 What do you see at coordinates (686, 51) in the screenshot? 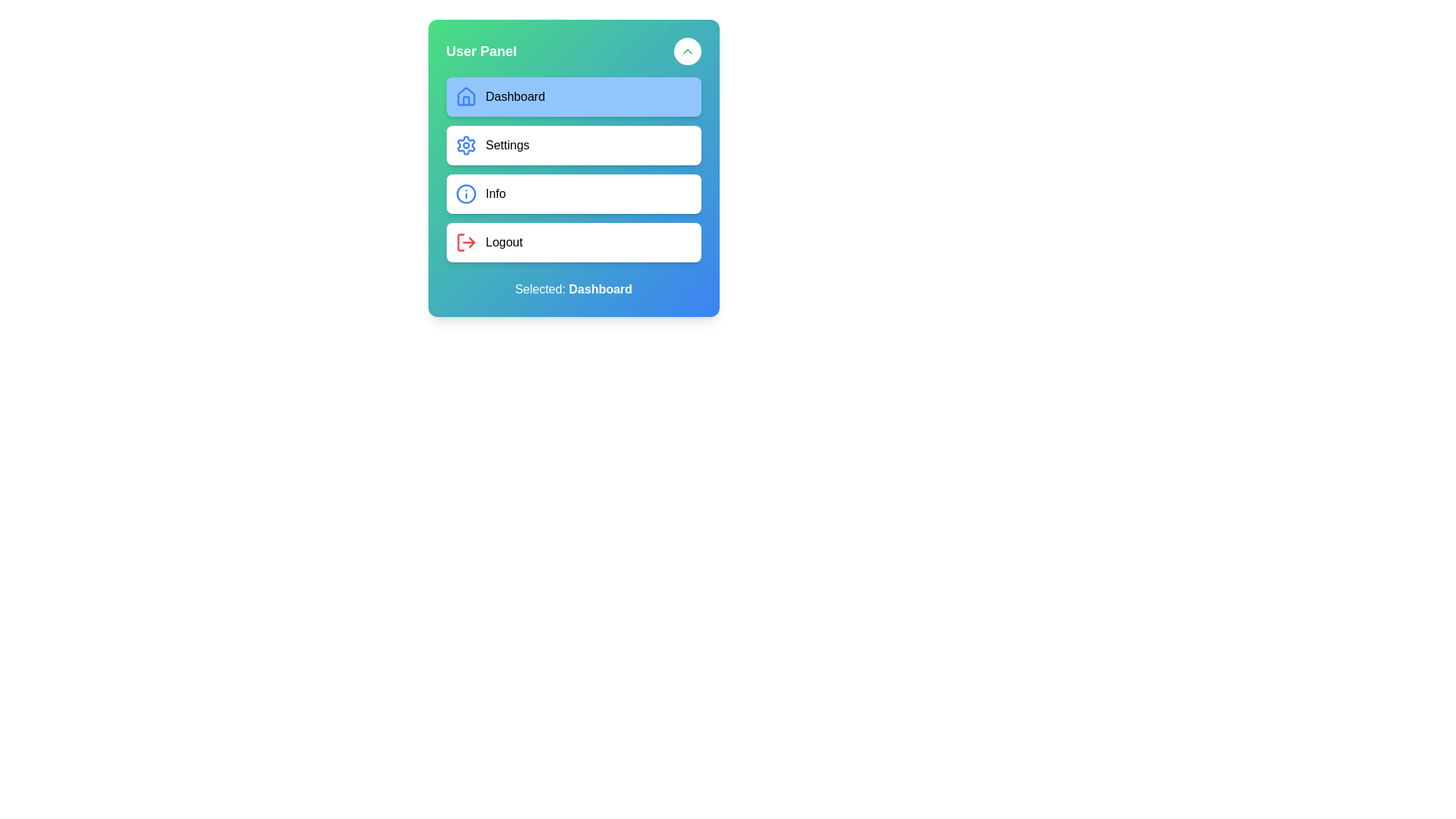
I see `the rounded white icon in the top-right corner of the panel that is used to toggle or collapse a menu or section` at bounding box center [686, 51].